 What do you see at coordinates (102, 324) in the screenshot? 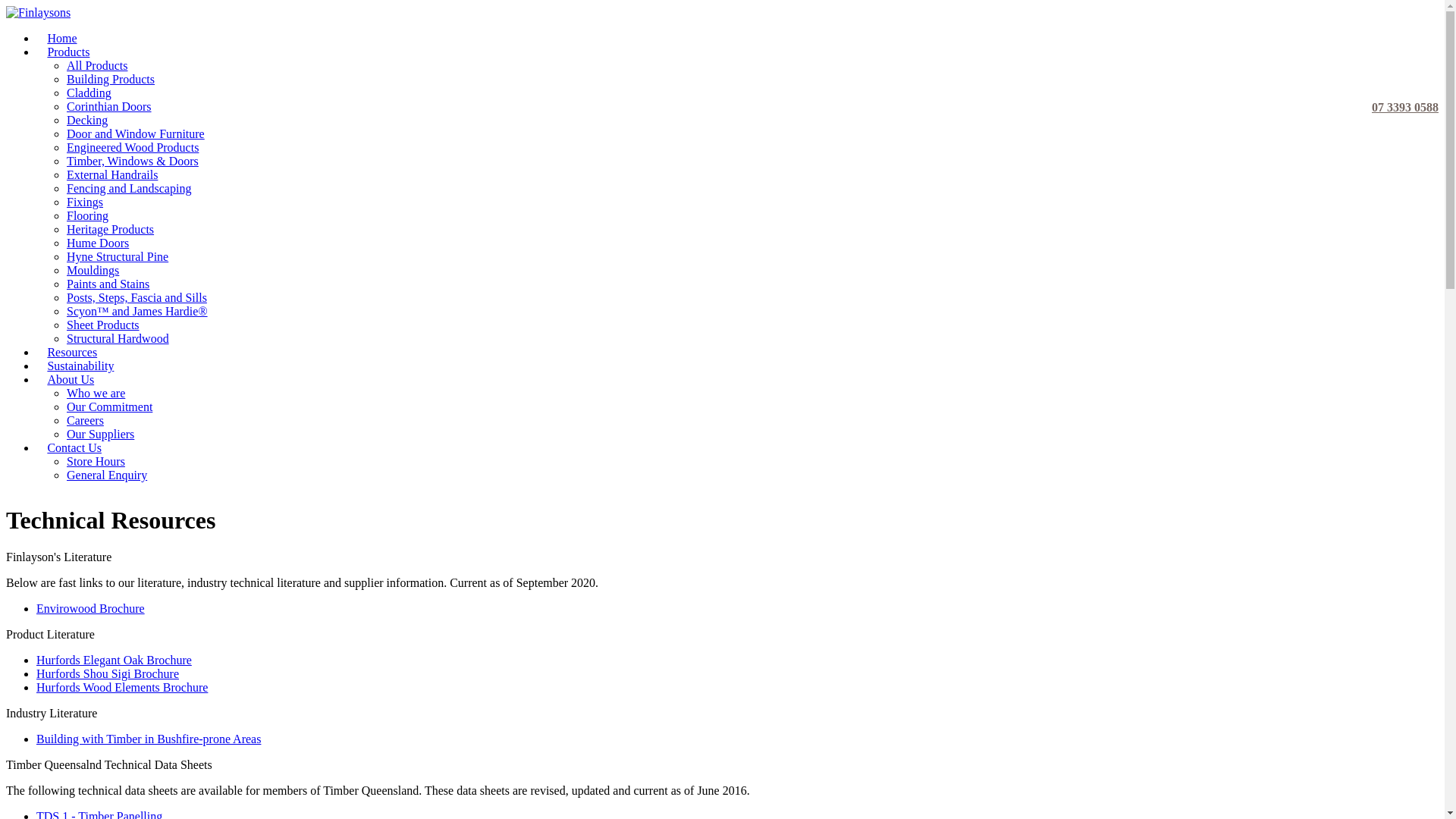
I see `'Sheet Products'` at bounding box center [102, 324].